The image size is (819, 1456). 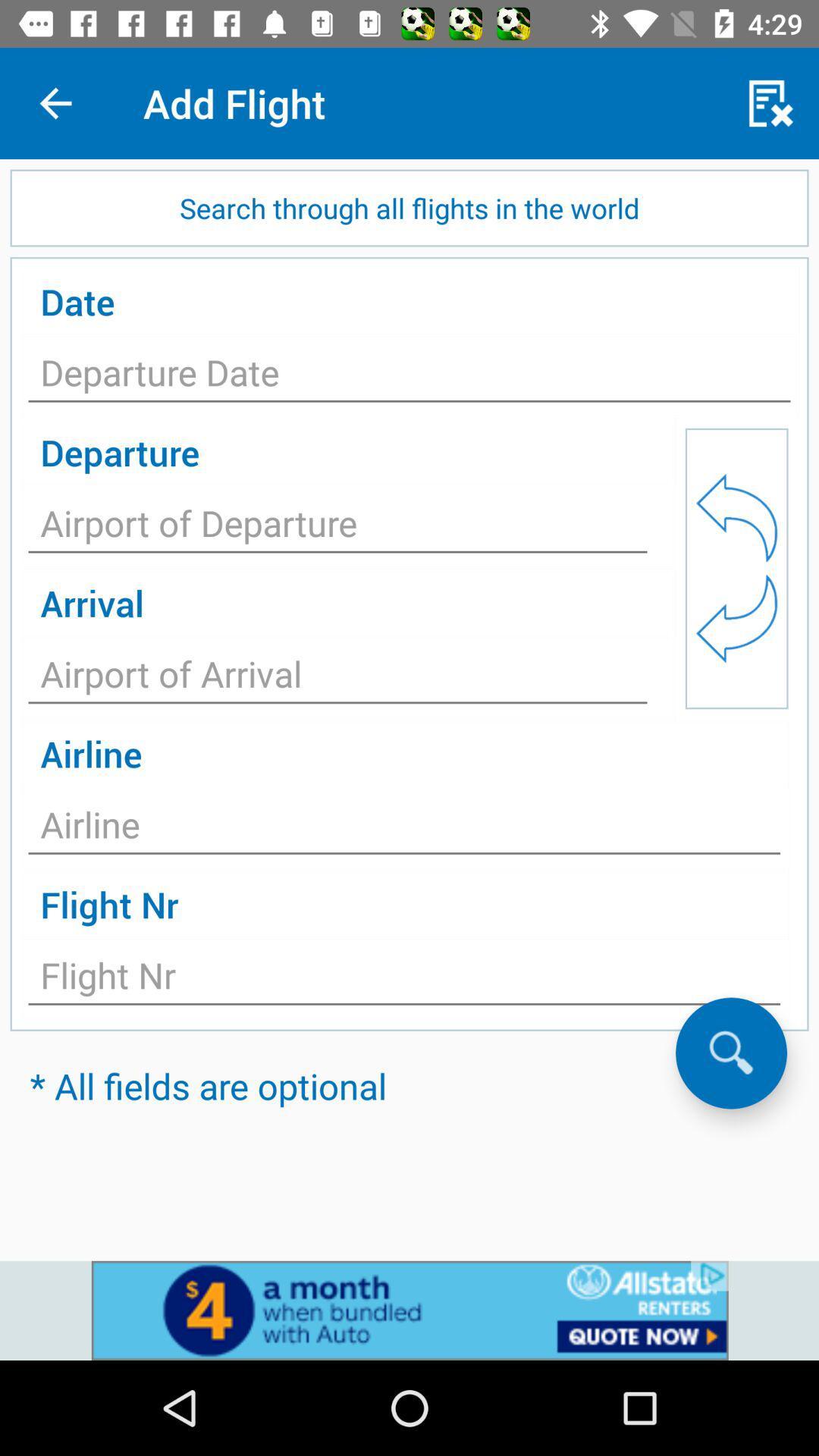 What do you see at coordinates (730, 1052) in the screenshot?
I see `the search icon` at bounding box center [730, 1052].